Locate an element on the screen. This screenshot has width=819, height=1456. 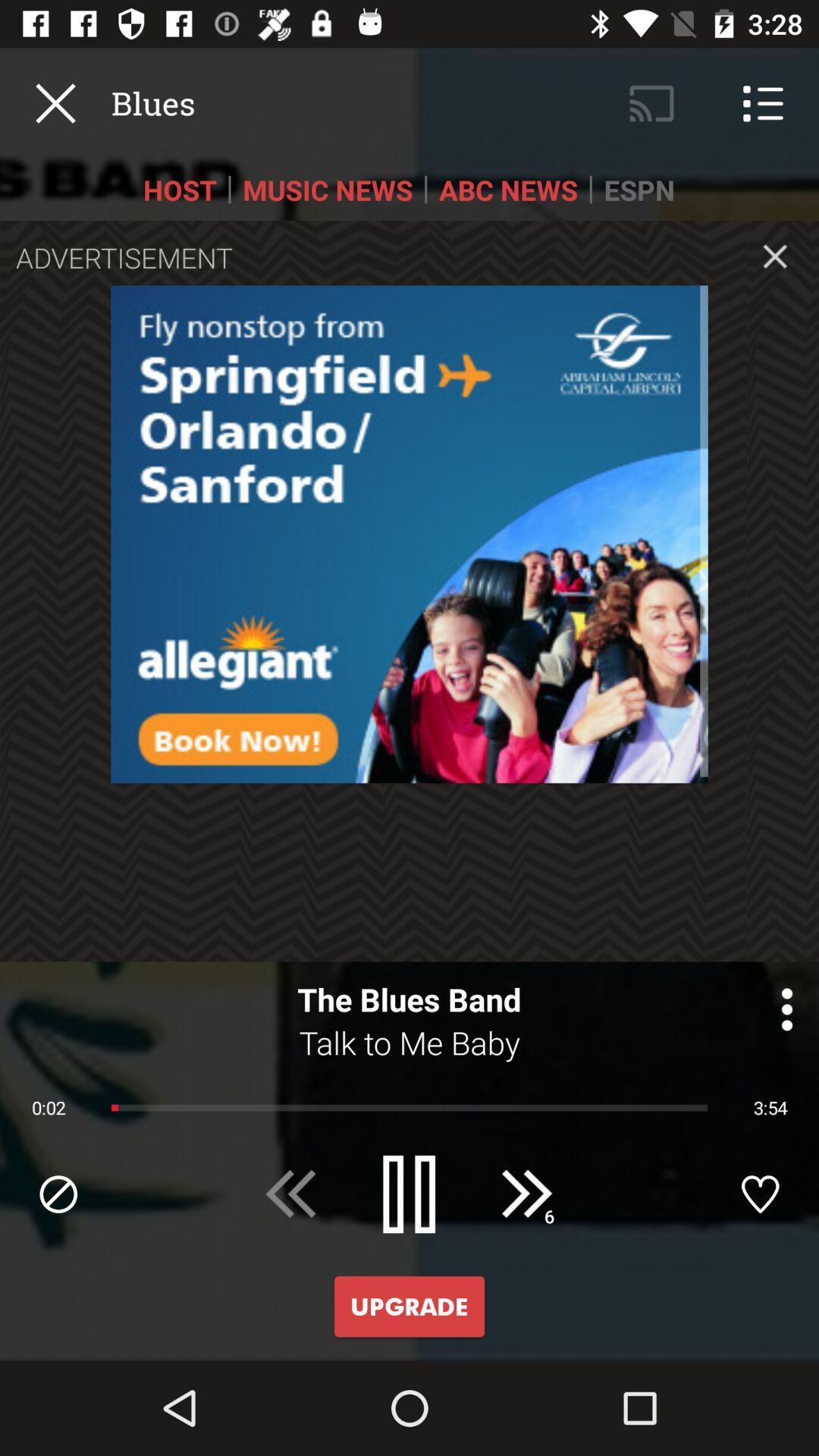
the list icon is located at coordinates (763, 102).